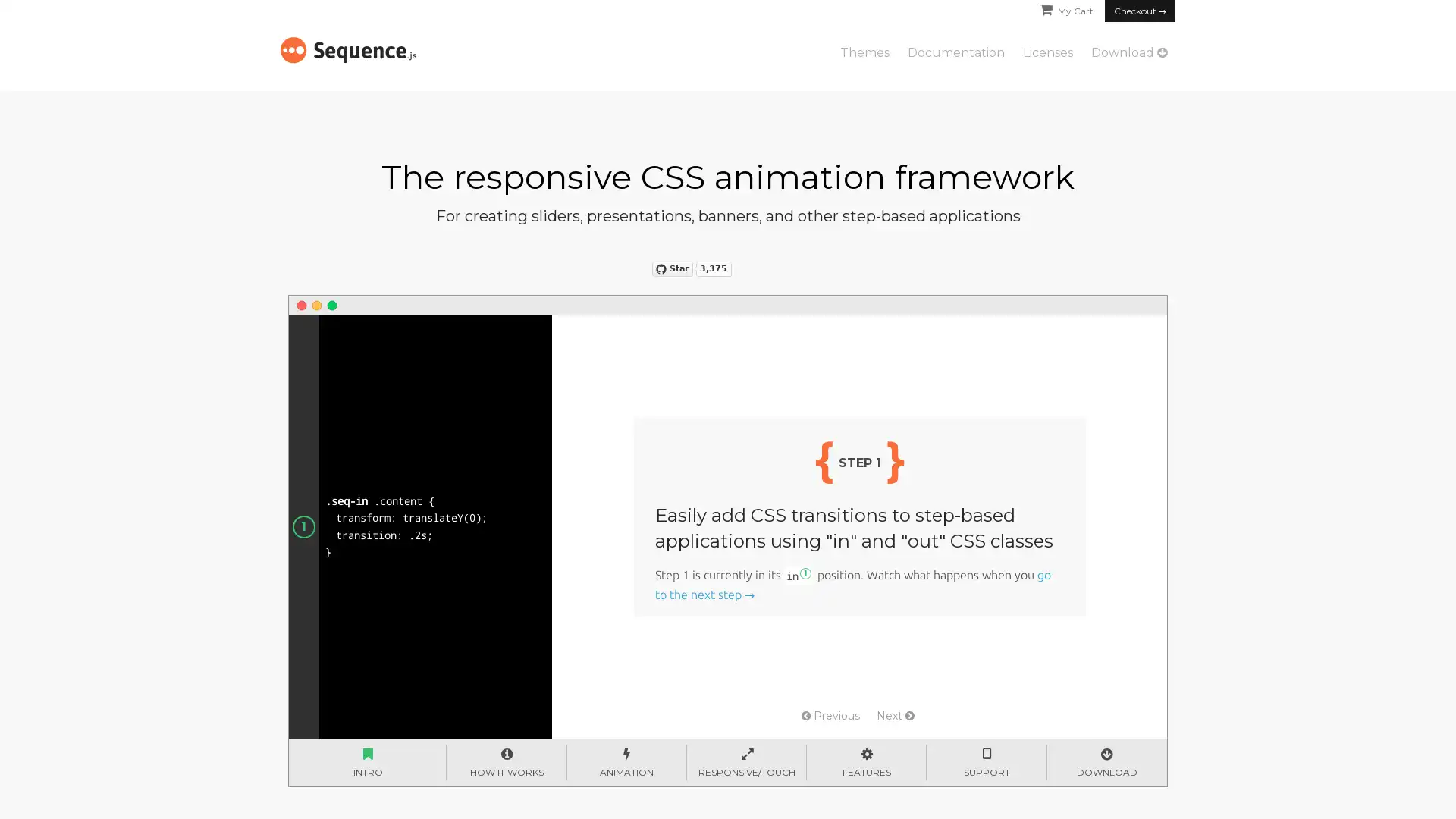 This screenshot has width=1456, height=819. What do you see at coordinates (830, 716) in the screenshot?
I see `Previous` at bounding box center [830, 716].